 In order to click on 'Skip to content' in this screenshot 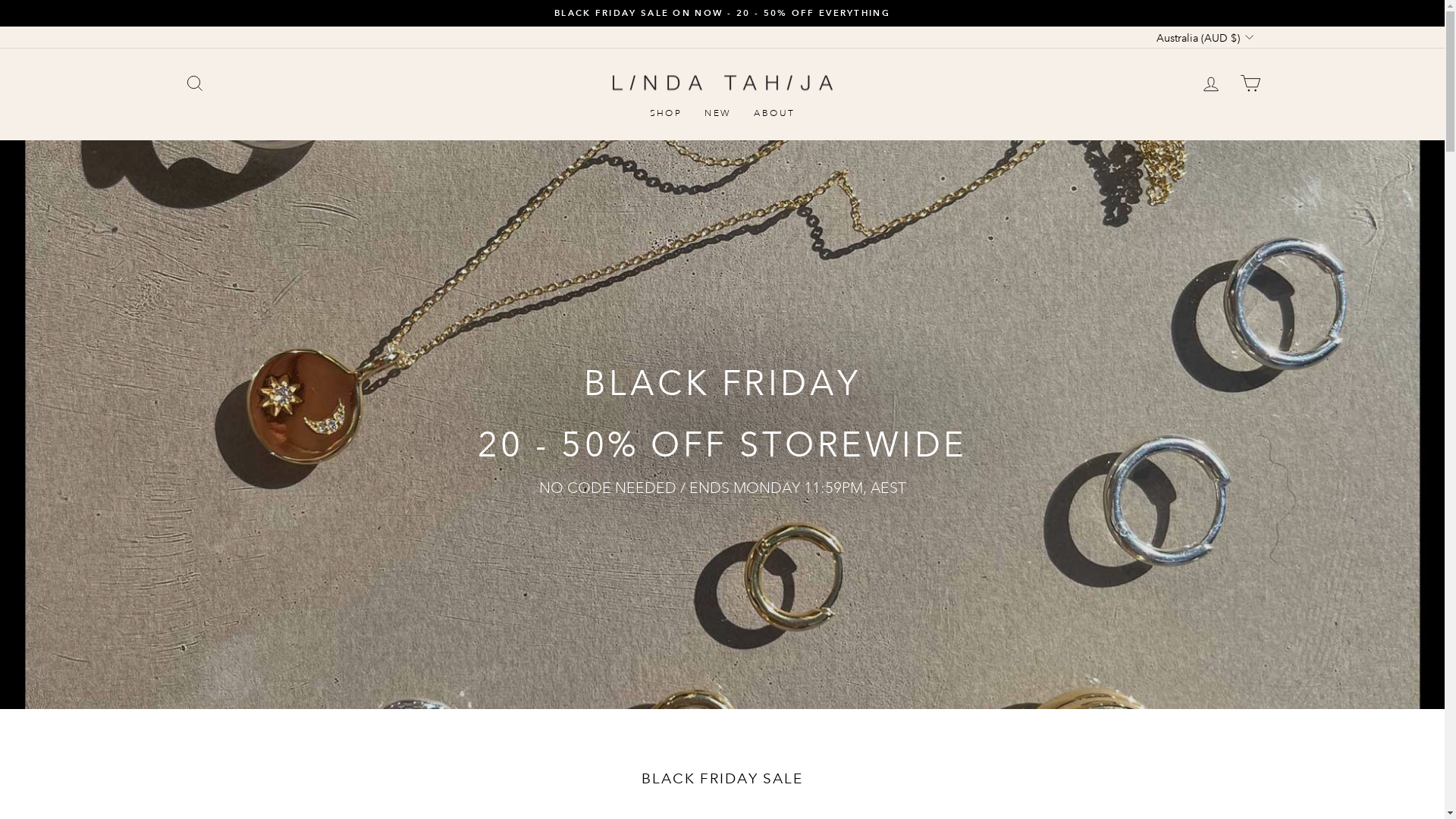, I will do `click(0, 0)`.